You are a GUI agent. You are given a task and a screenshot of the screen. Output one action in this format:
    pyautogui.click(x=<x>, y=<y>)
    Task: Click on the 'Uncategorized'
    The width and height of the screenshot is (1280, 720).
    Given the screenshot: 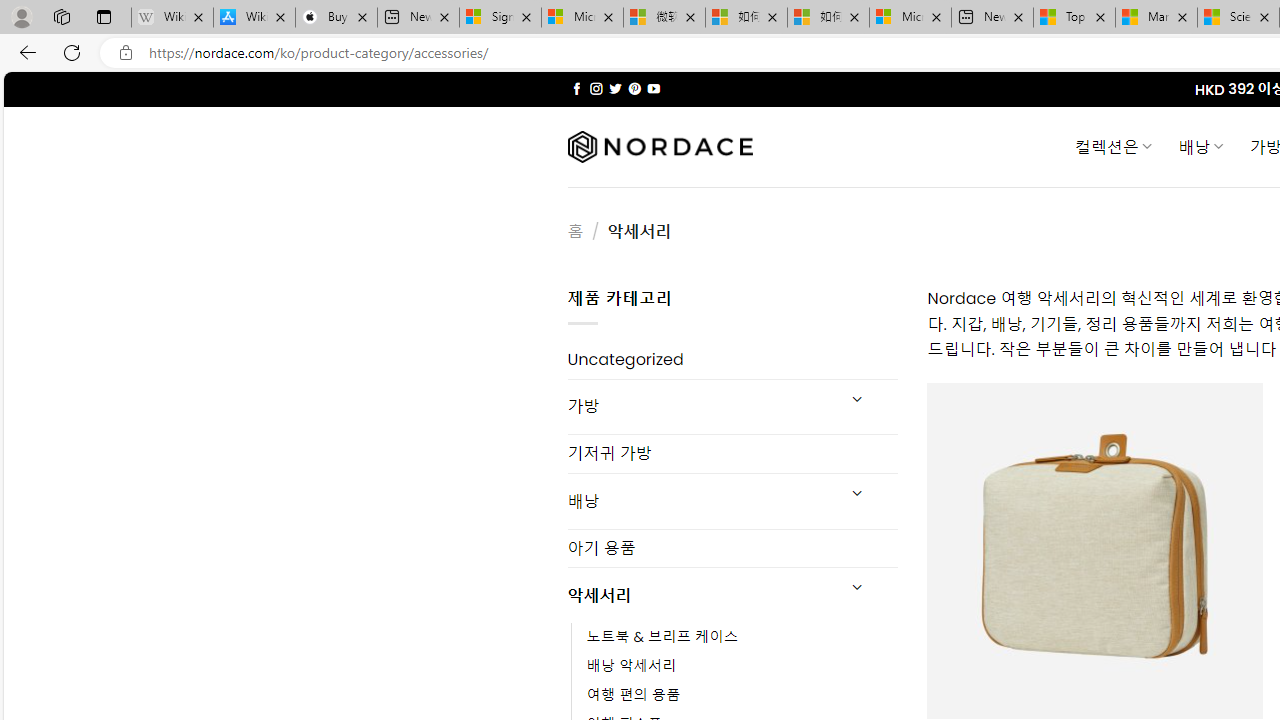 What is the action you would take?
    pyautogui.click(x=731, y=360)
    